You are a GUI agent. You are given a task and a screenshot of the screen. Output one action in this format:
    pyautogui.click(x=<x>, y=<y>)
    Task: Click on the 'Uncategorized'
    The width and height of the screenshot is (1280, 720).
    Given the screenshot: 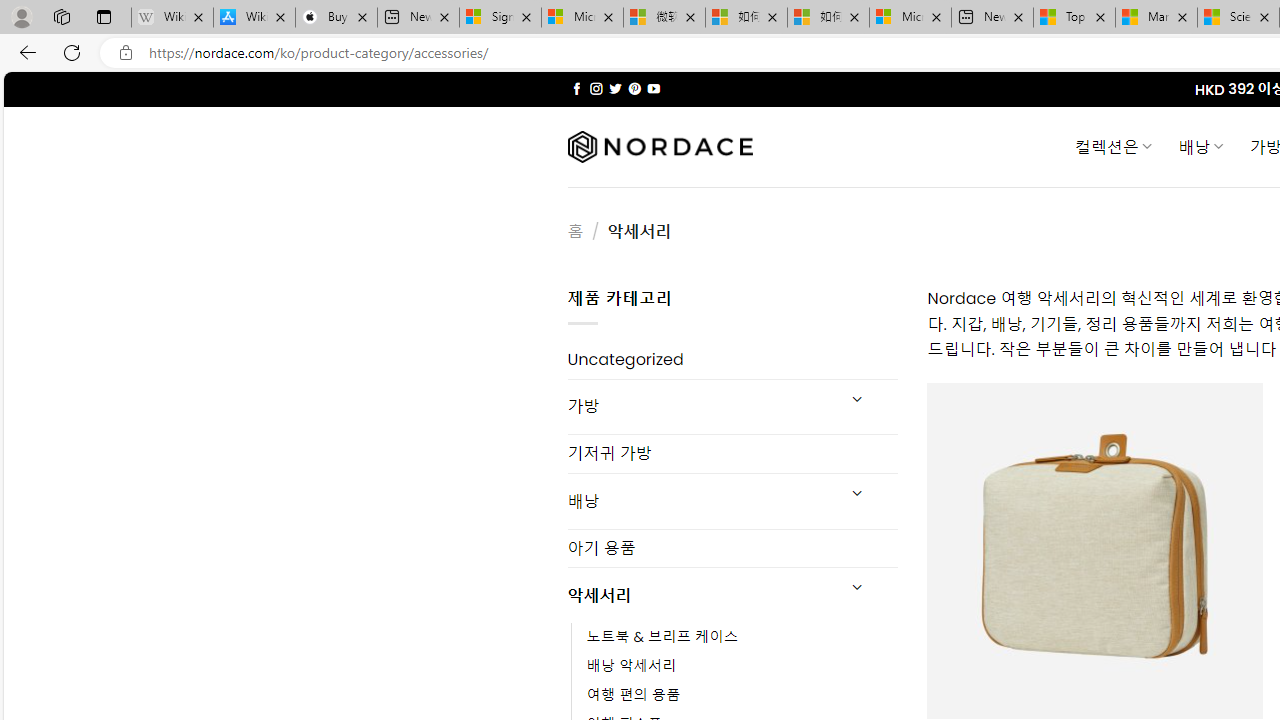 What is the action you would take?
    pyautogui.click(x=731, y=360)
    